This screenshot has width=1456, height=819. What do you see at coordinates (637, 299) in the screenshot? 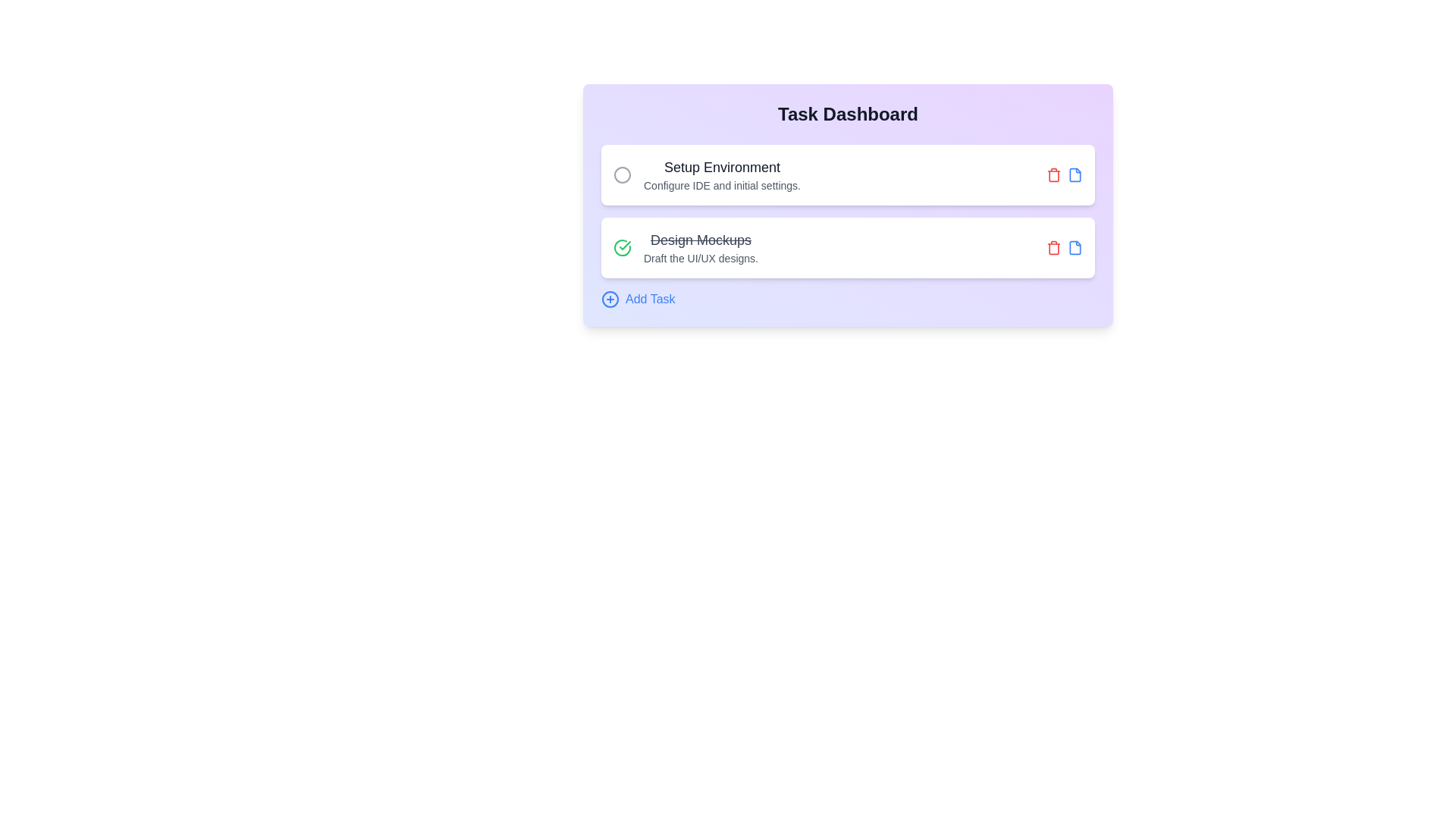
I see `the 'Add Task' button to add a new task to the dashboard` at bounding box center [637, 299].